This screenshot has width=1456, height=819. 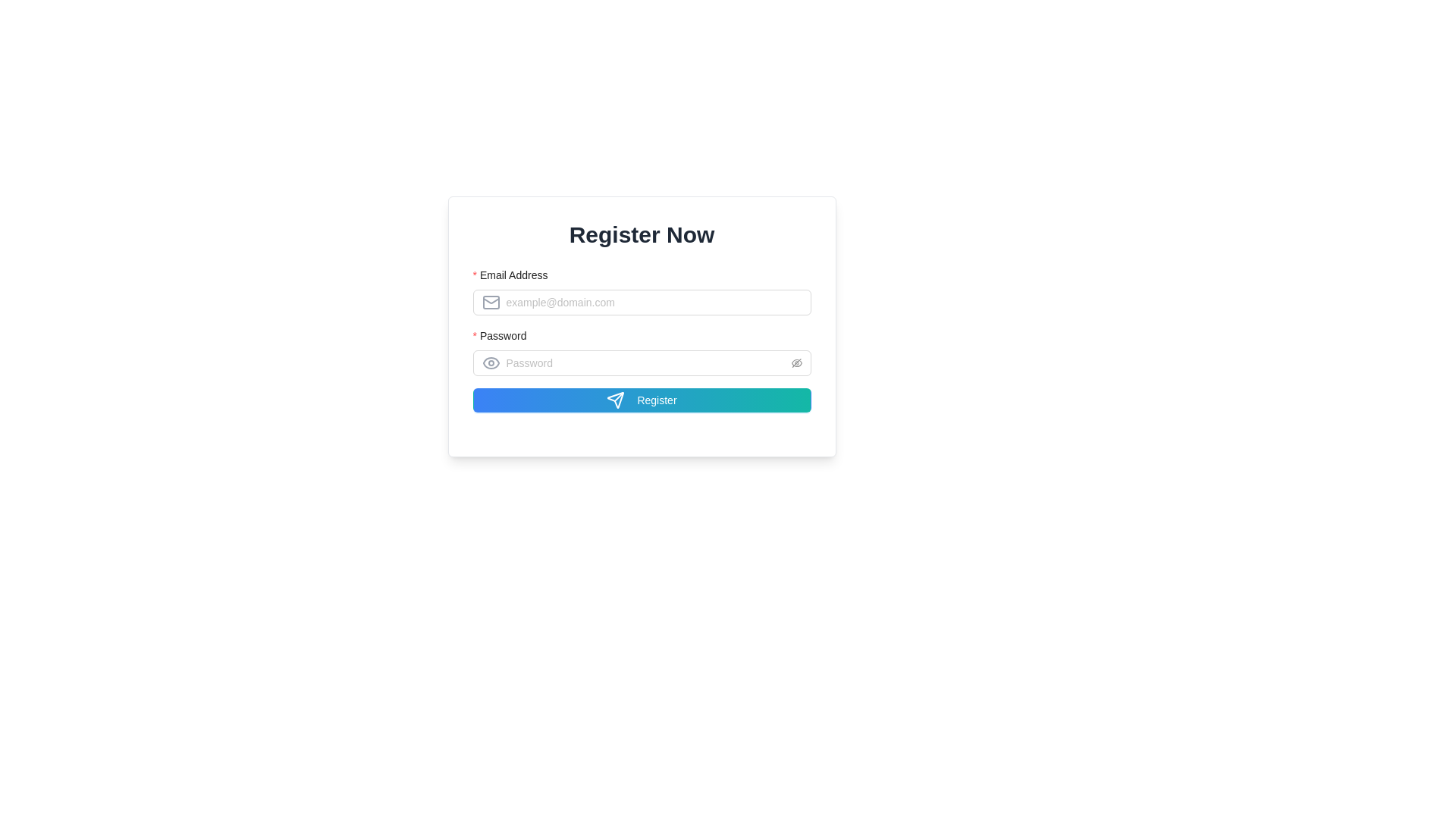 I want to click on the submit button located at the bottom of the registration form, so click(x=642, y=400).